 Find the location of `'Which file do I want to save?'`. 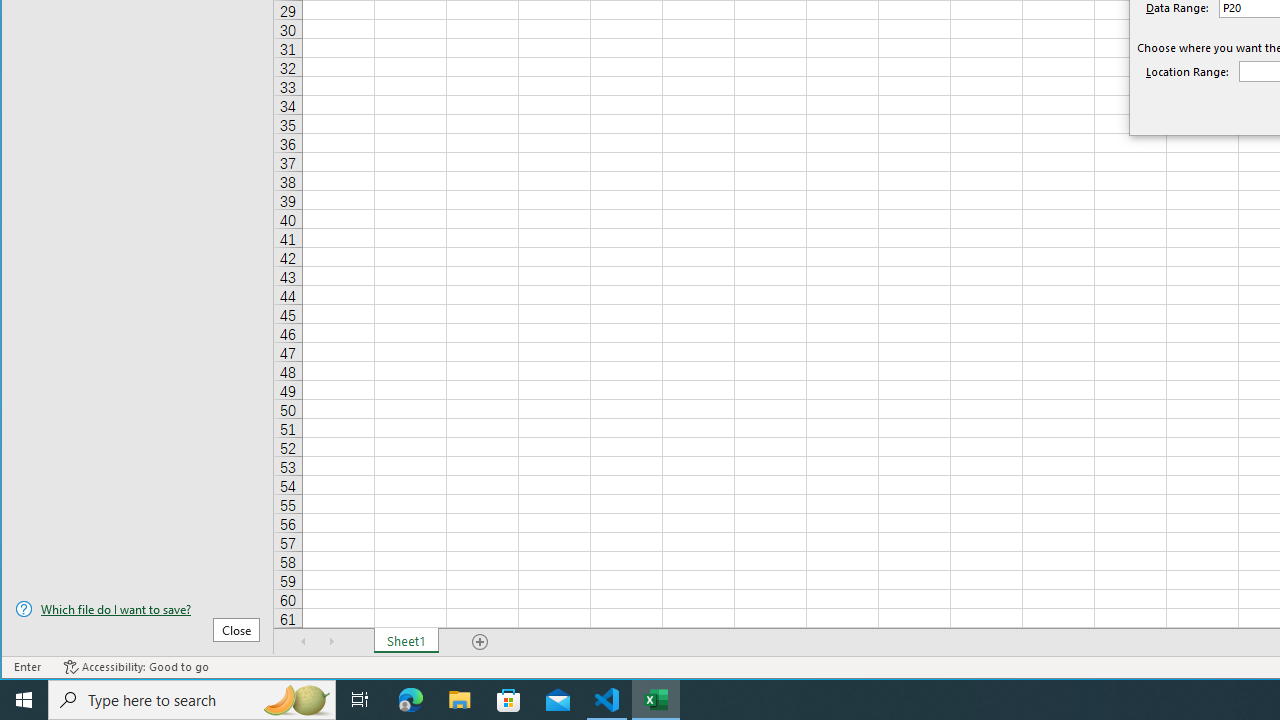

'Which file do I want to save?' is located at coordinates (136, 608).